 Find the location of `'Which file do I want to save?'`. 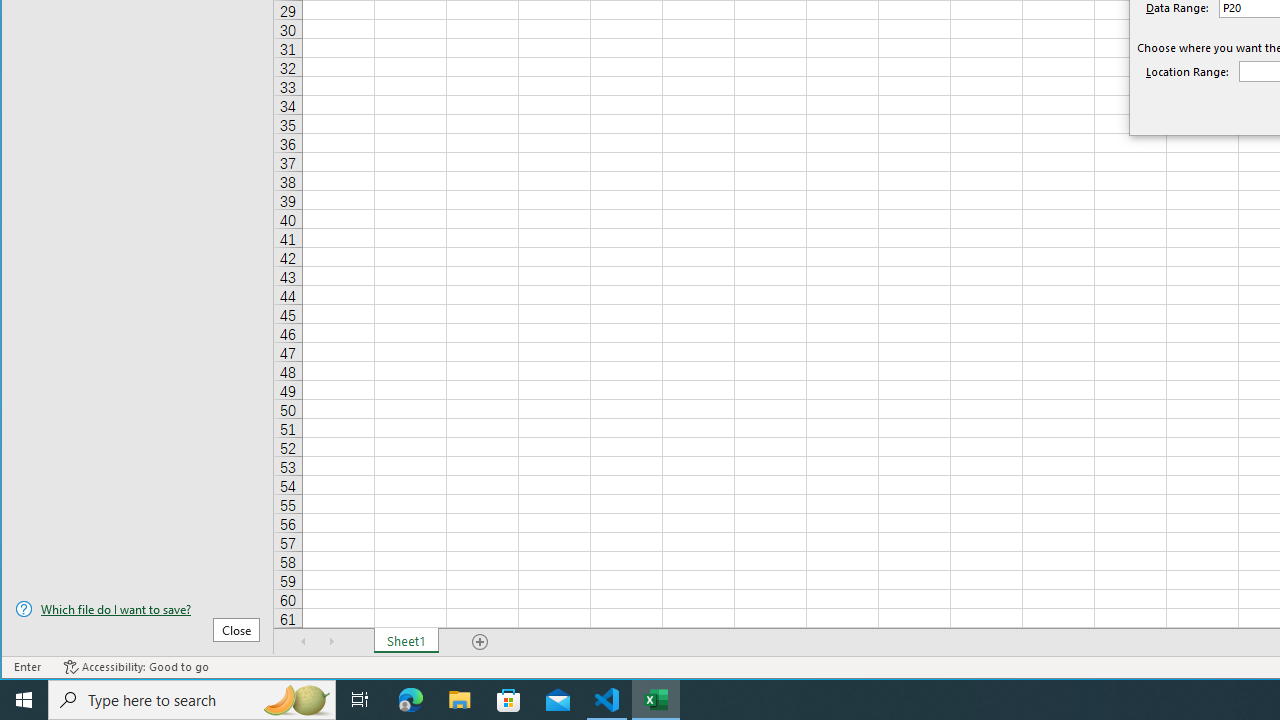

'Which file do I want to save?' is located at coordinates (136, 608).